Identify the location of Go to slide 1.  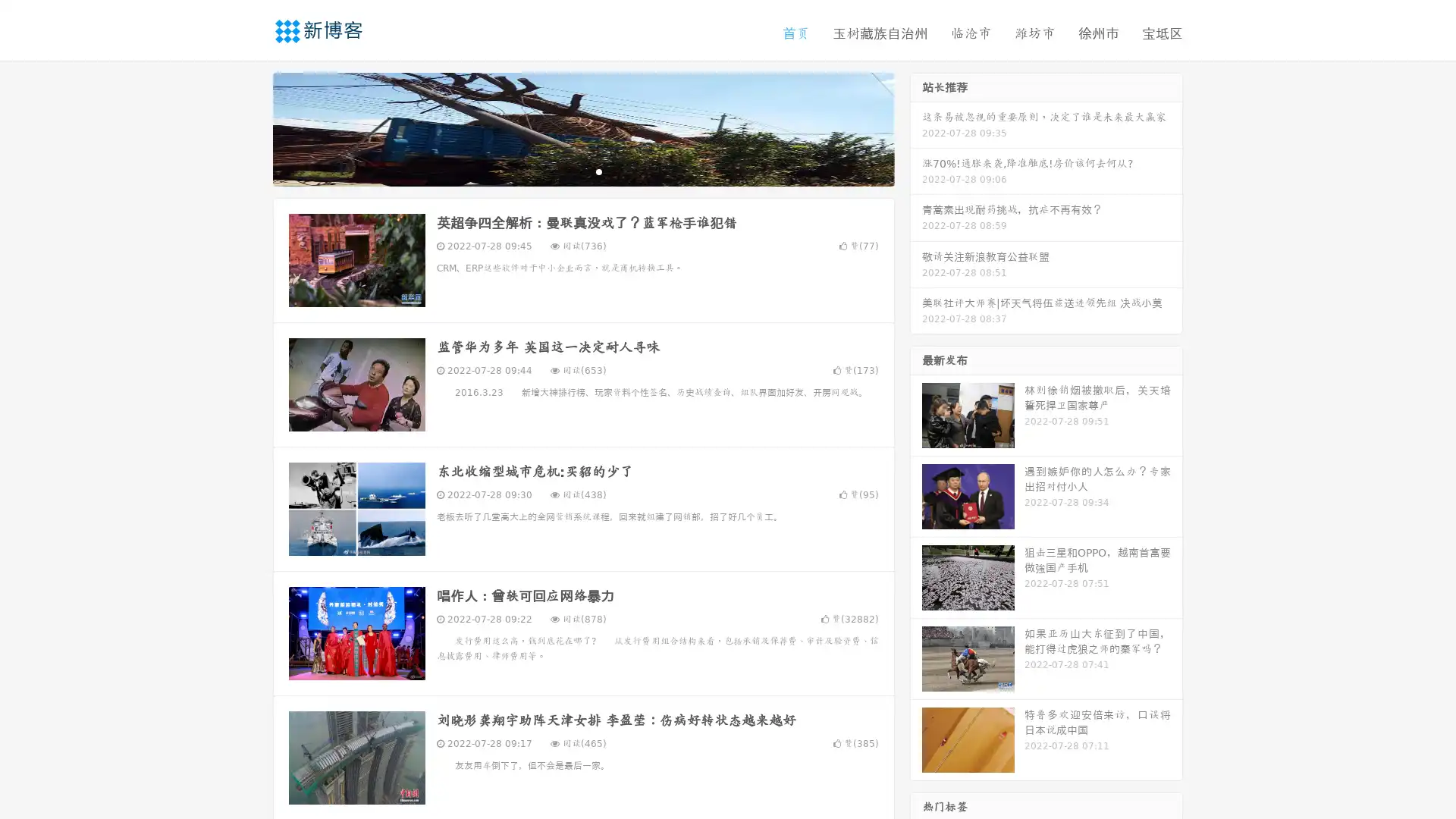
(567, 171).